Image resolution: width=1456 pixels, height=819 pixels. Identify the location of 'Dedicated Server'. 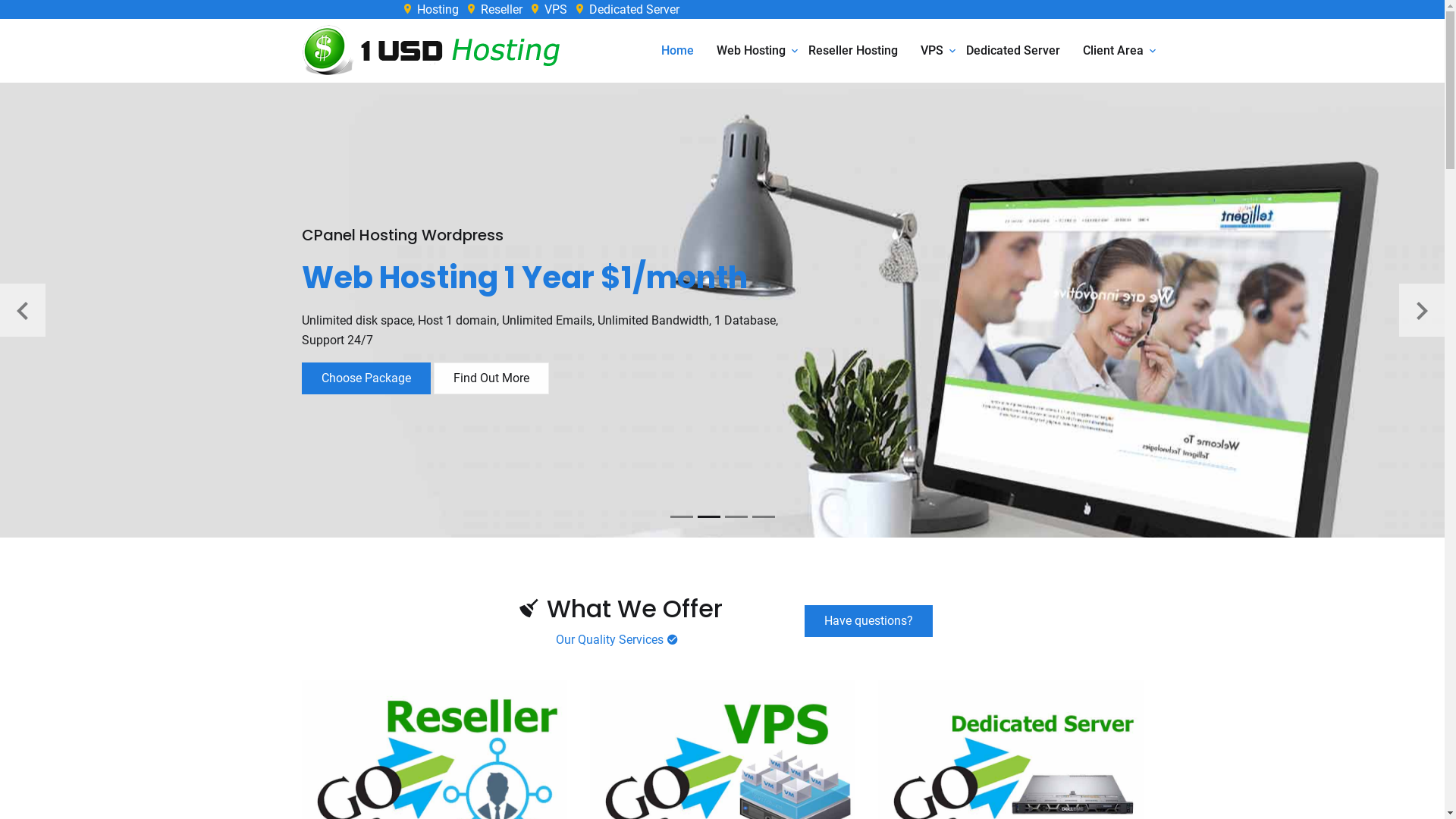
(1012, 49).